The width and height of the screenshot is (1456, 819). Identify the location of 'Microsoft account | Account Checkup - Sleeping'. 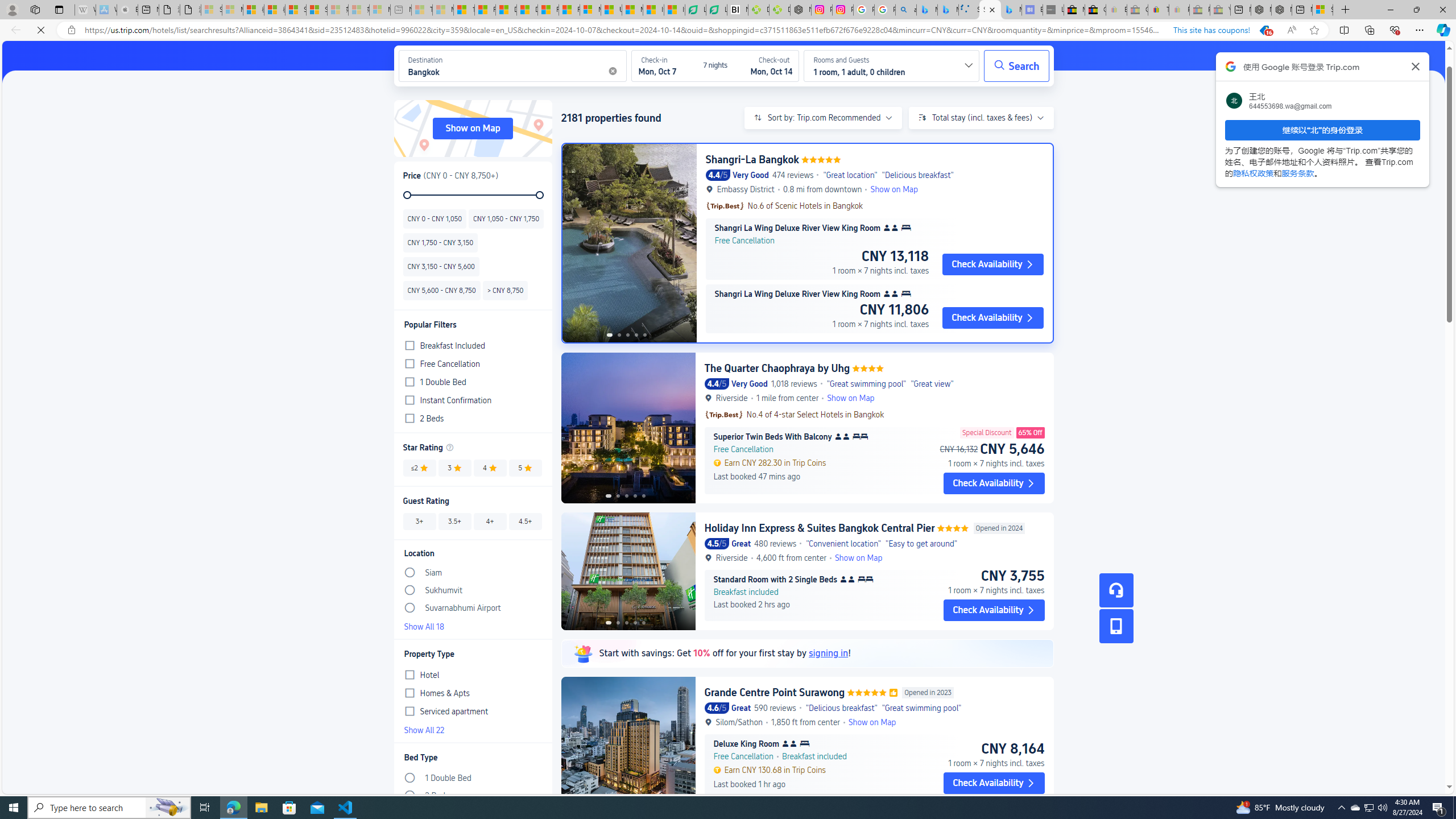
(378, 9).